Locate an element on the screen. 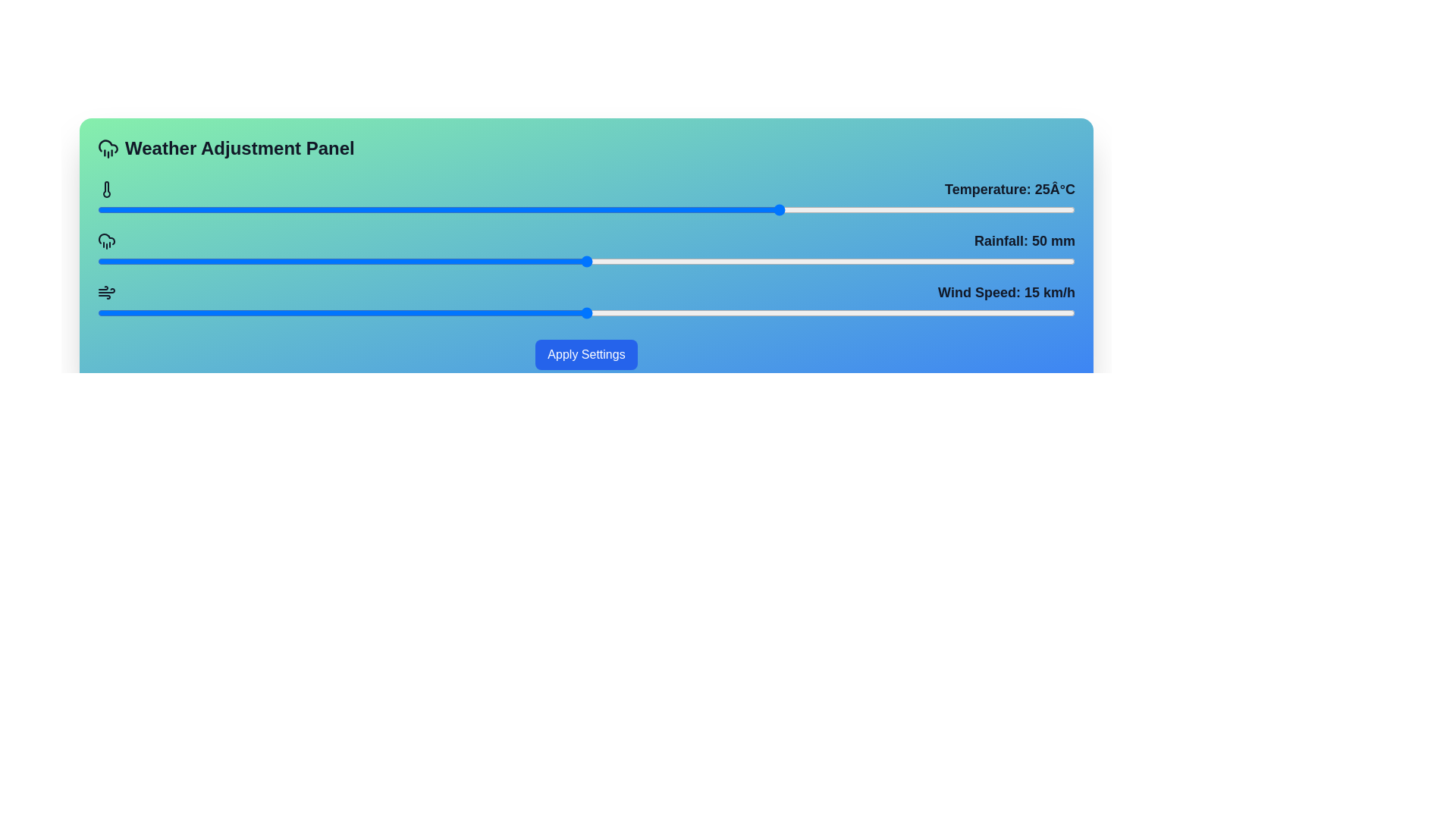 The height and width of the screenshot is (819, 1456). the slider handle of the 'Temperature: 25°C' slider is located at coordinates (585, 198).